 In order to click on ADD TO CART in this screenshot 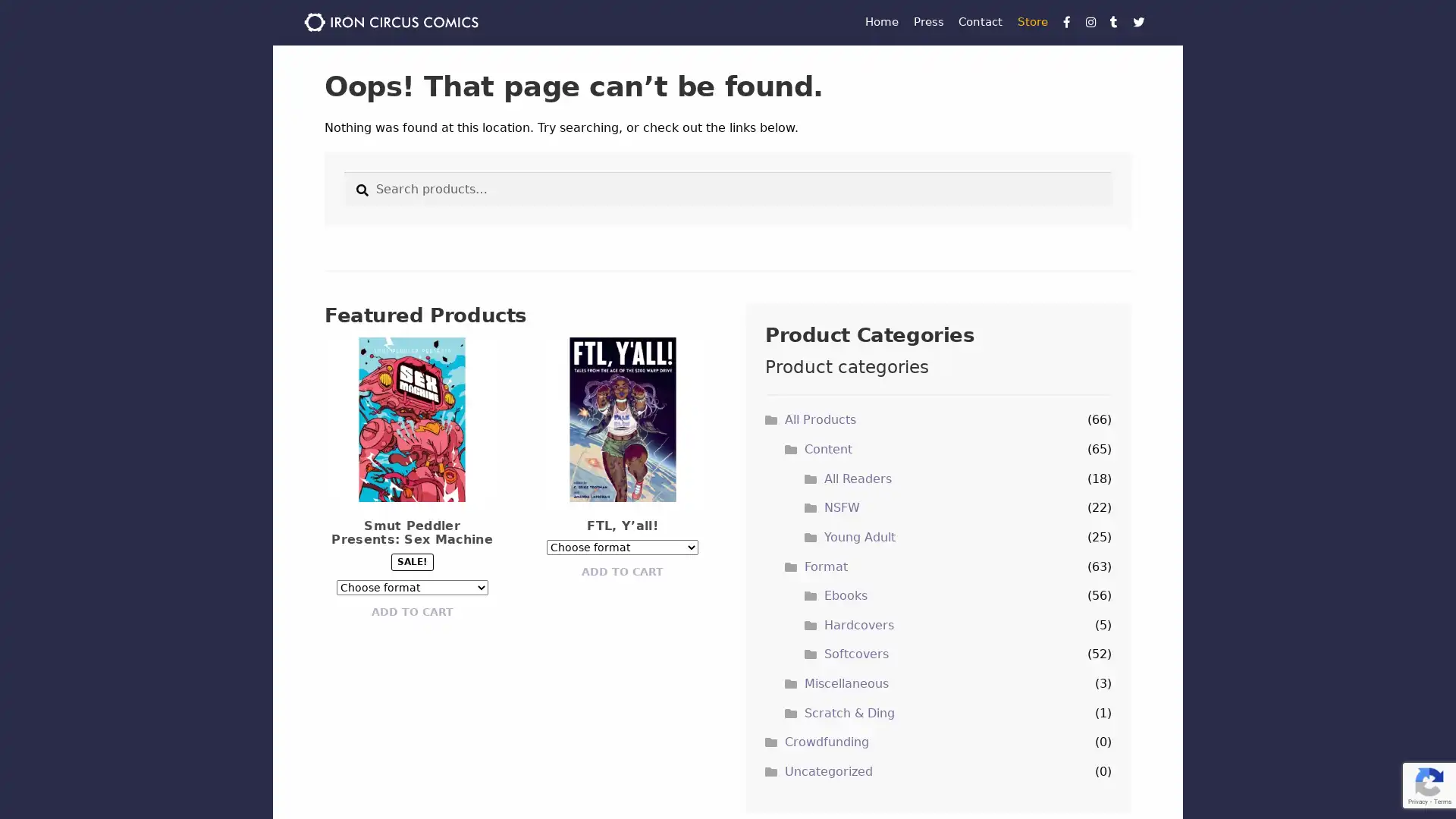, I will do `click(622, 571)`.